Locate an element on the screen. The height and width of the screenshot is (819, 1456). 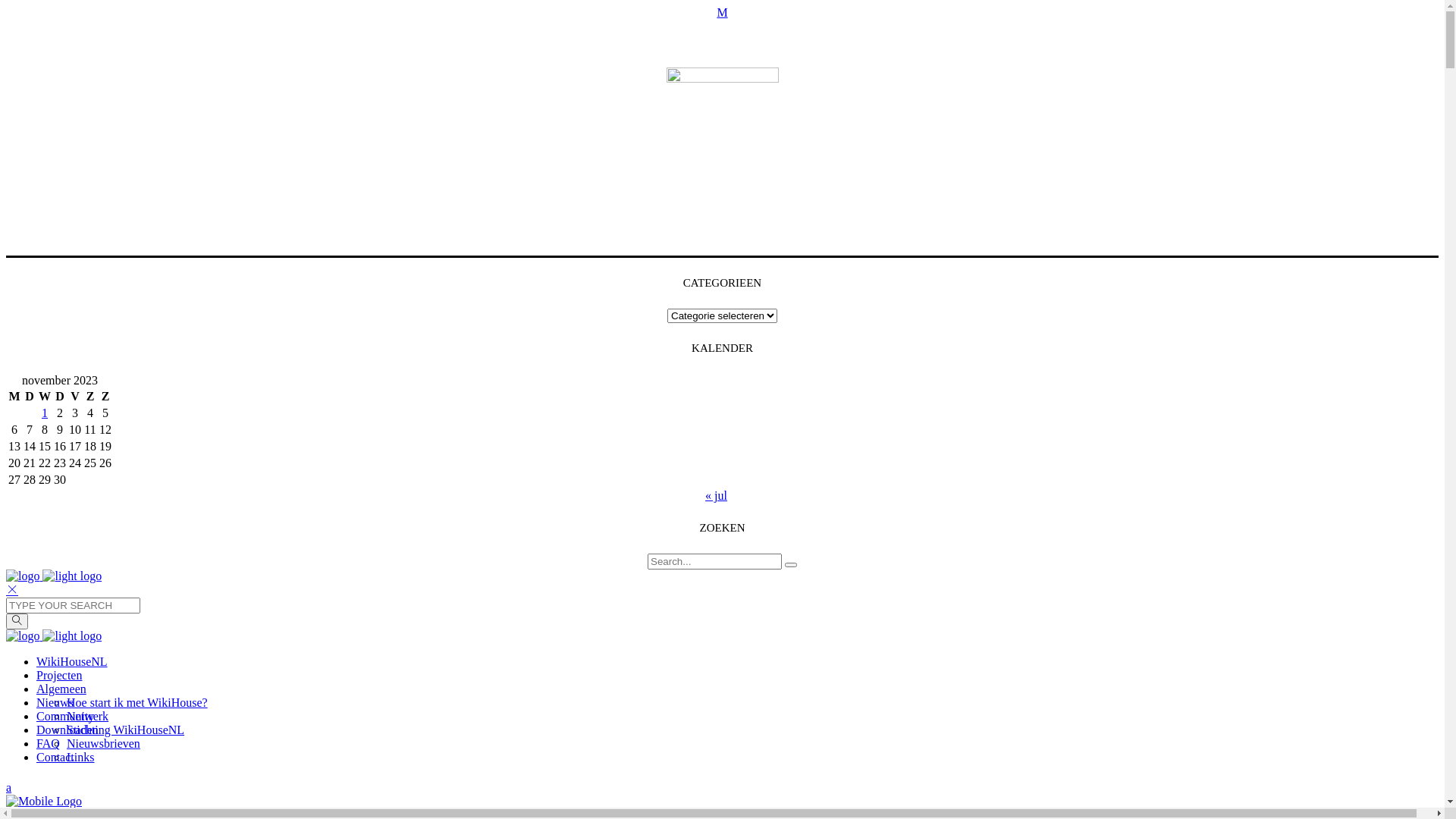
'WikiHouseNL' is located at coordinates (71, 661).